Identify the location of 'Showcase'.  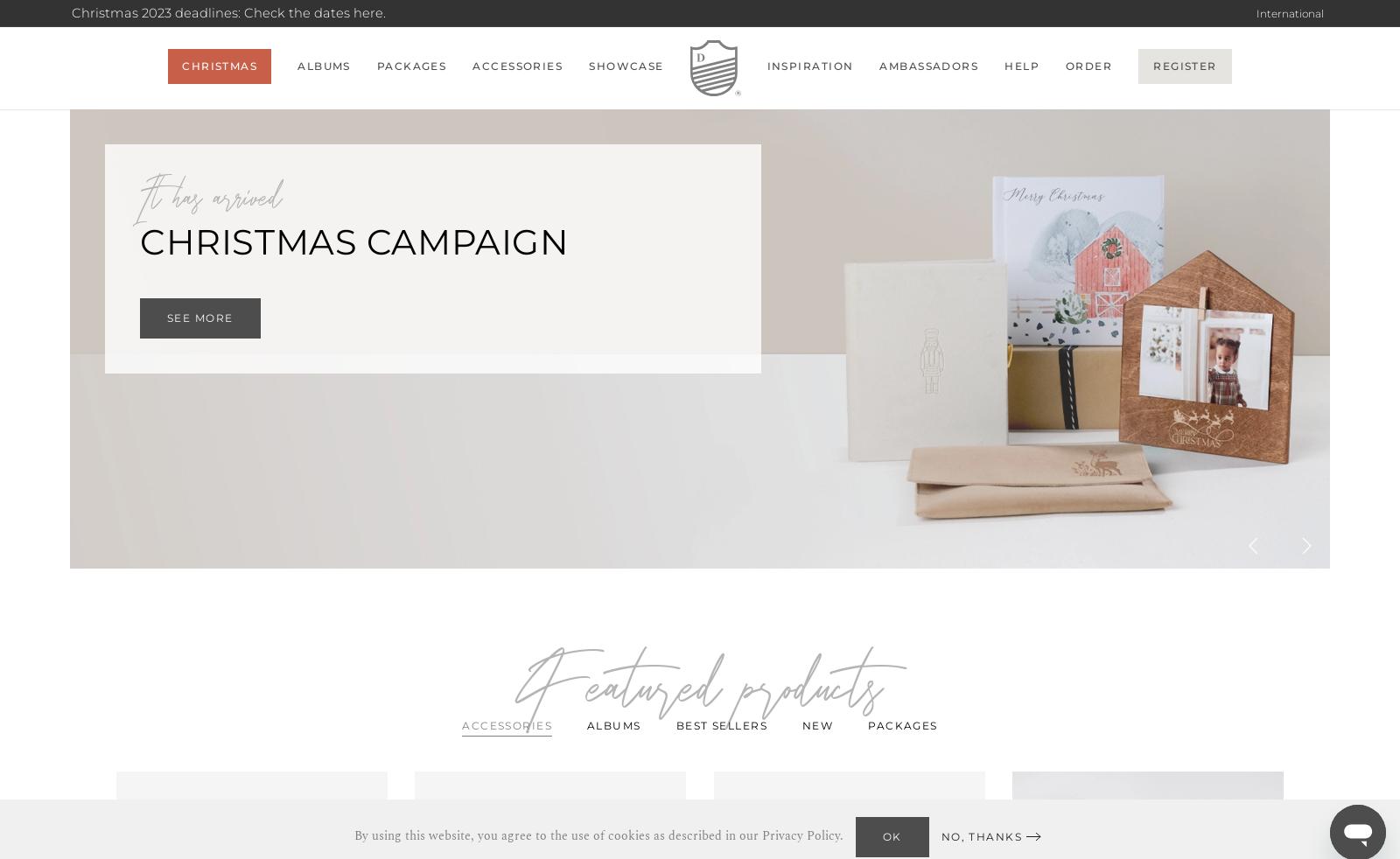
(588, 64).